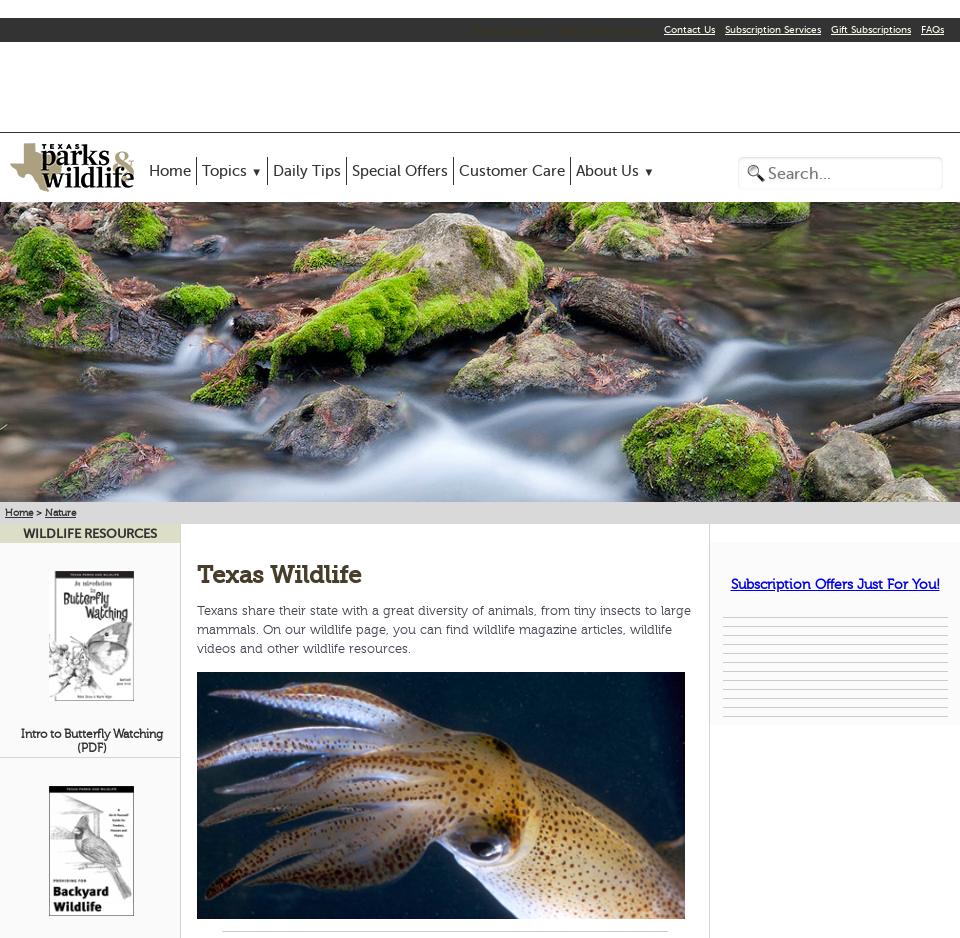 The image size is (960, 938). Describe the element at coordinates (689, 29) in the screenshot. I see `'Contact Us'` at that location.